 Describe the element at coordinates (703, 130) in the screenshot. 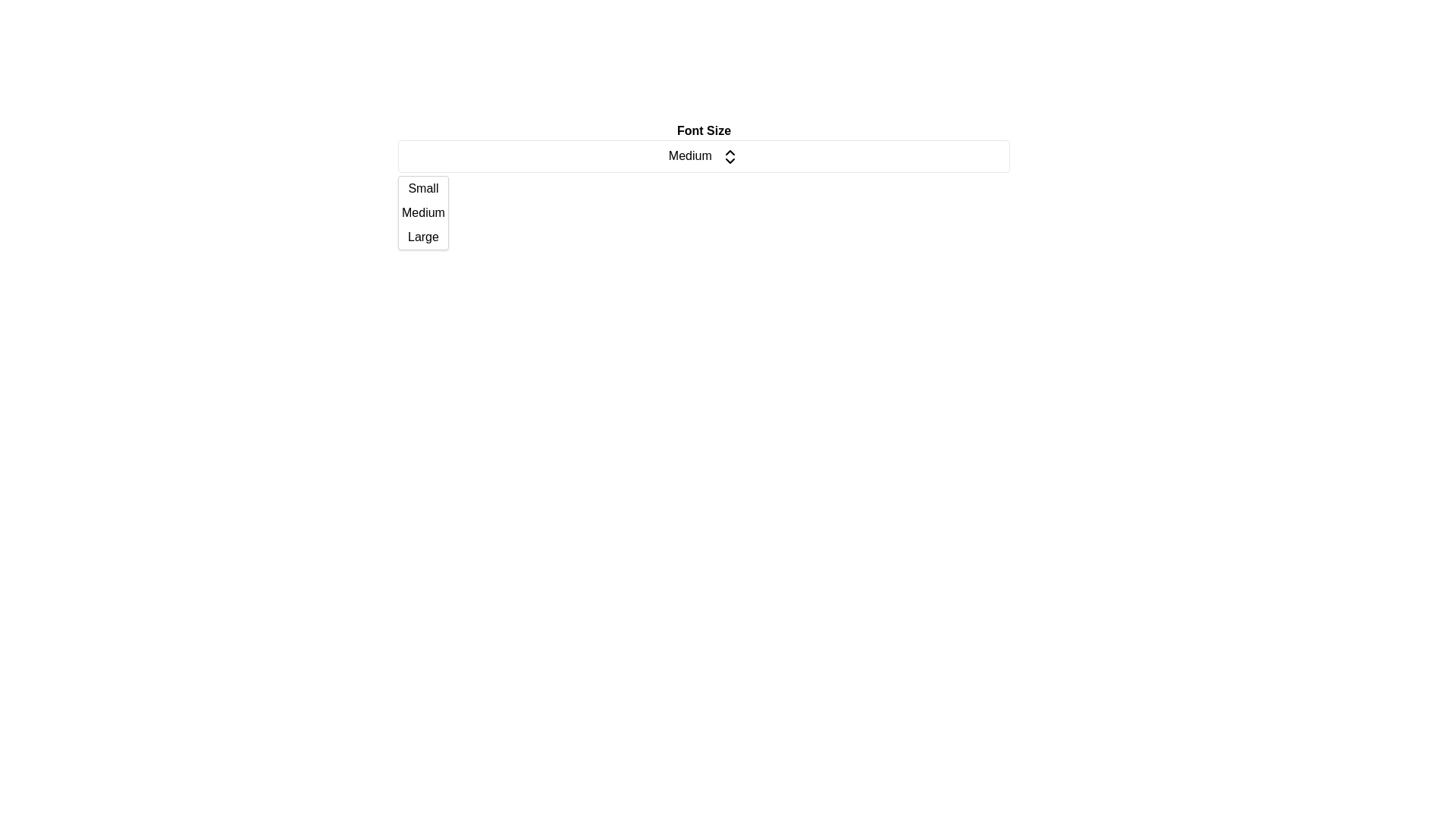

I see `the text label that provides context about the font size selection dropdown, located above the 'Medium' dropdown selector` at that location.